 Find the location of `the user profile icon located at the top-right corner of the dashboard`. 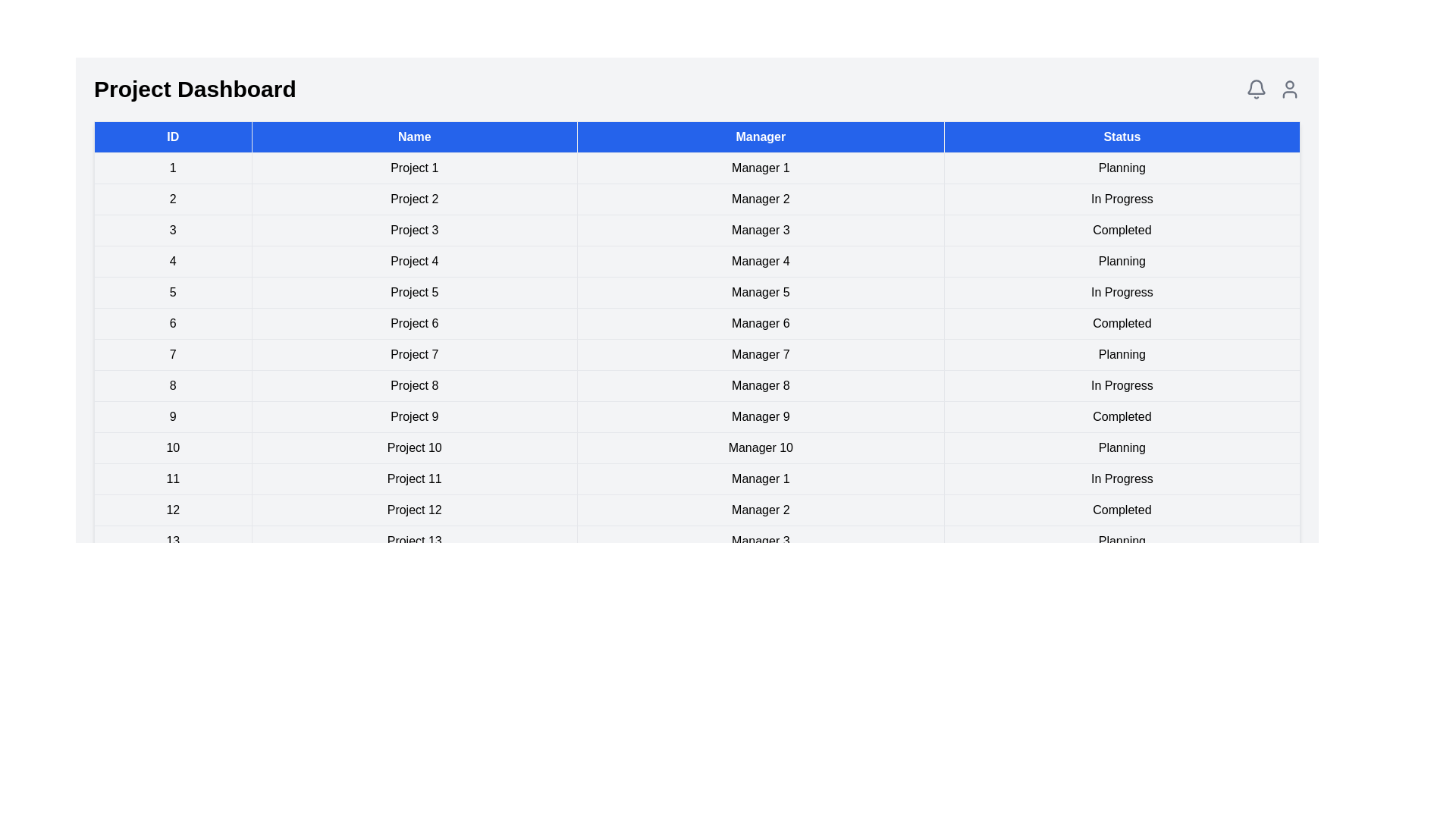

the user profile icon located at the top-right corner of the dashboard is located at coordinates (1288, 89).